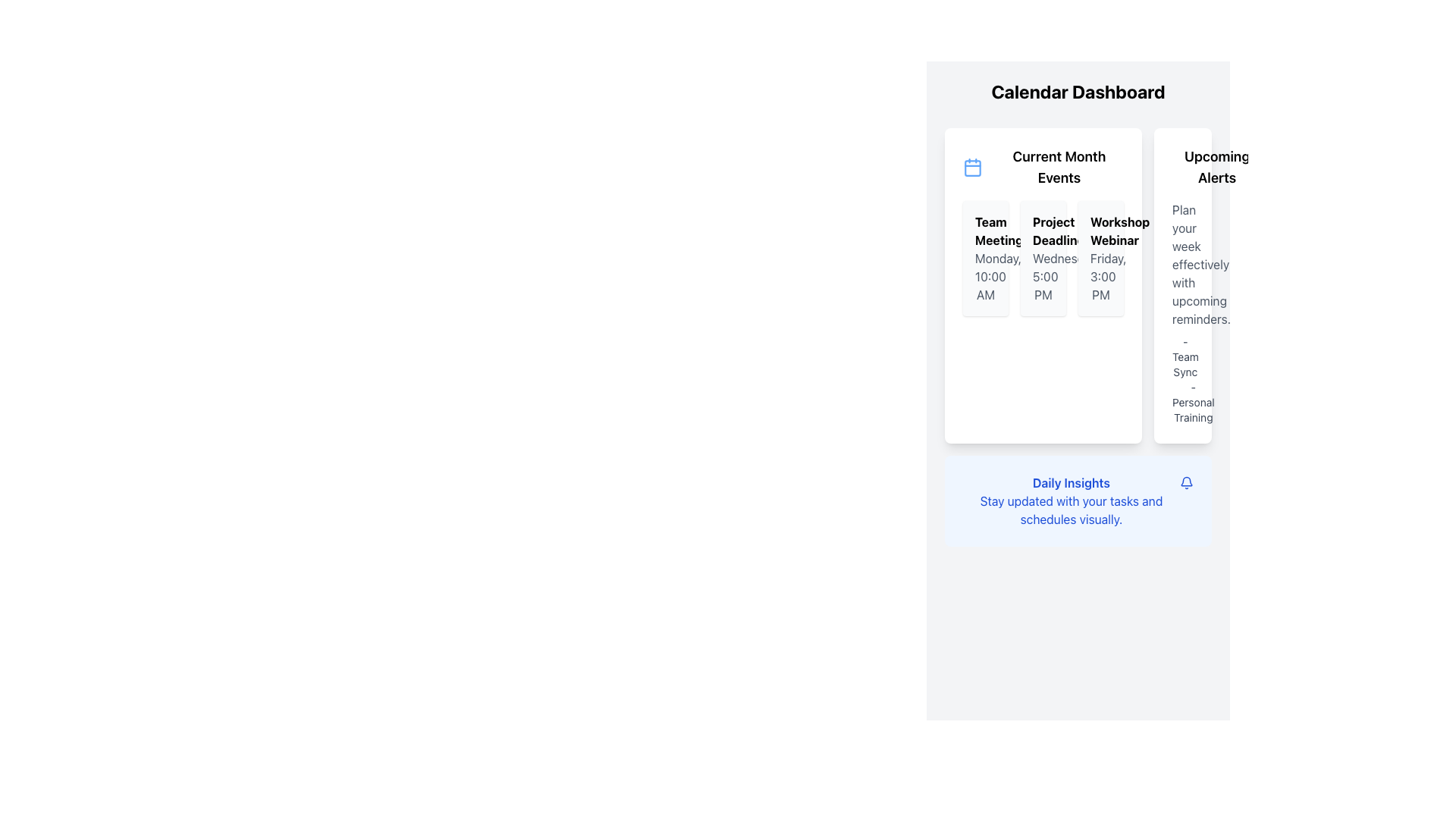 The height and width of the screenshot is (819, 1456). What do you see at coordinates (1070, 500) in the screenshot?
I see `the static text block displaying 'Daily Insights' and its descriptive text 'Stay updated with your tasks and schedules visually.' which is centered within a light-colored background in the bottom section of a blue-themed card` at bounding box center [1070, 500].